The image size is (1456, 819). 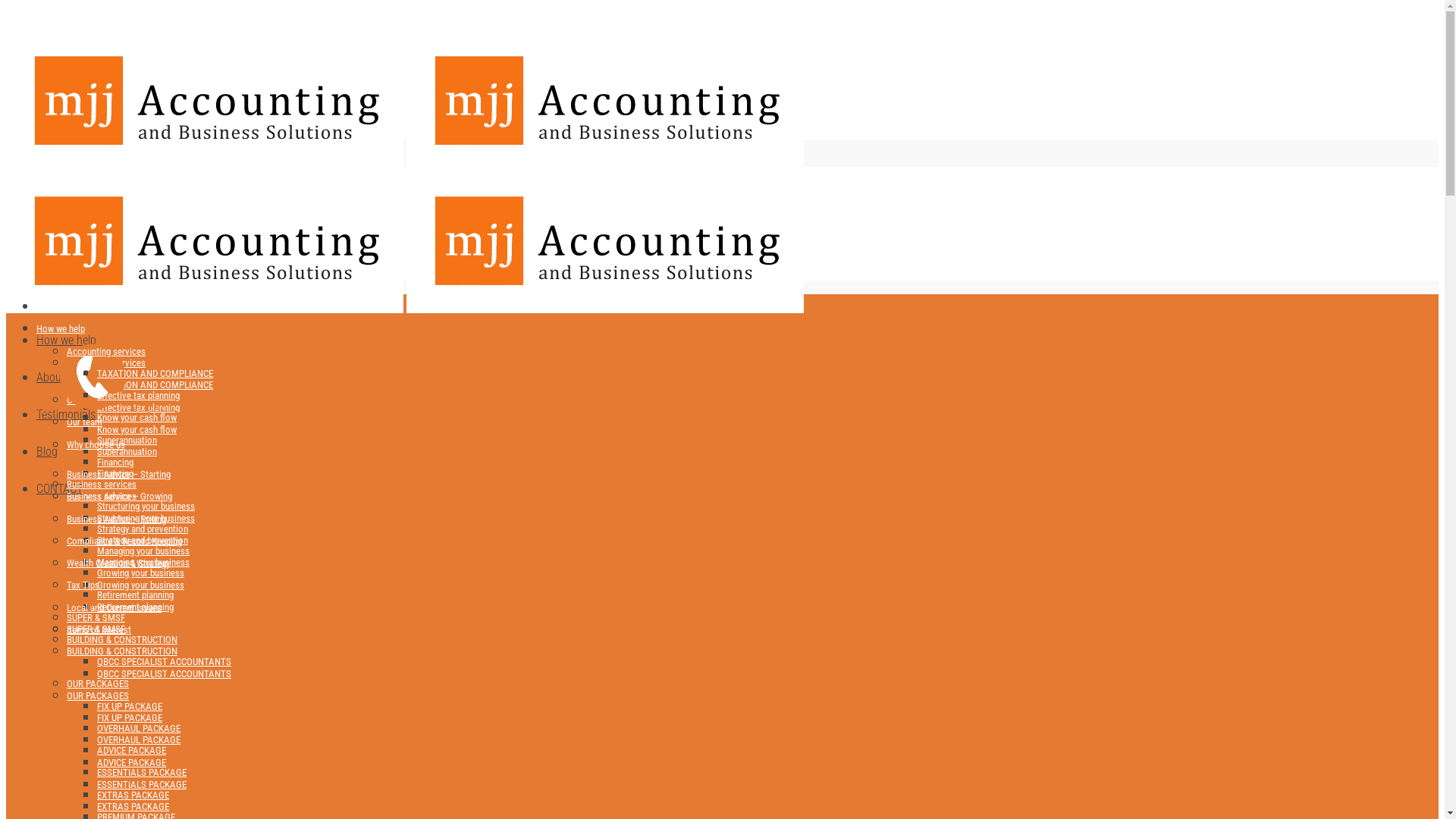 What do you see at coordinates (32, 368) in the screenshot?
I see `'REQUEST` at bounding box center [32, 368].